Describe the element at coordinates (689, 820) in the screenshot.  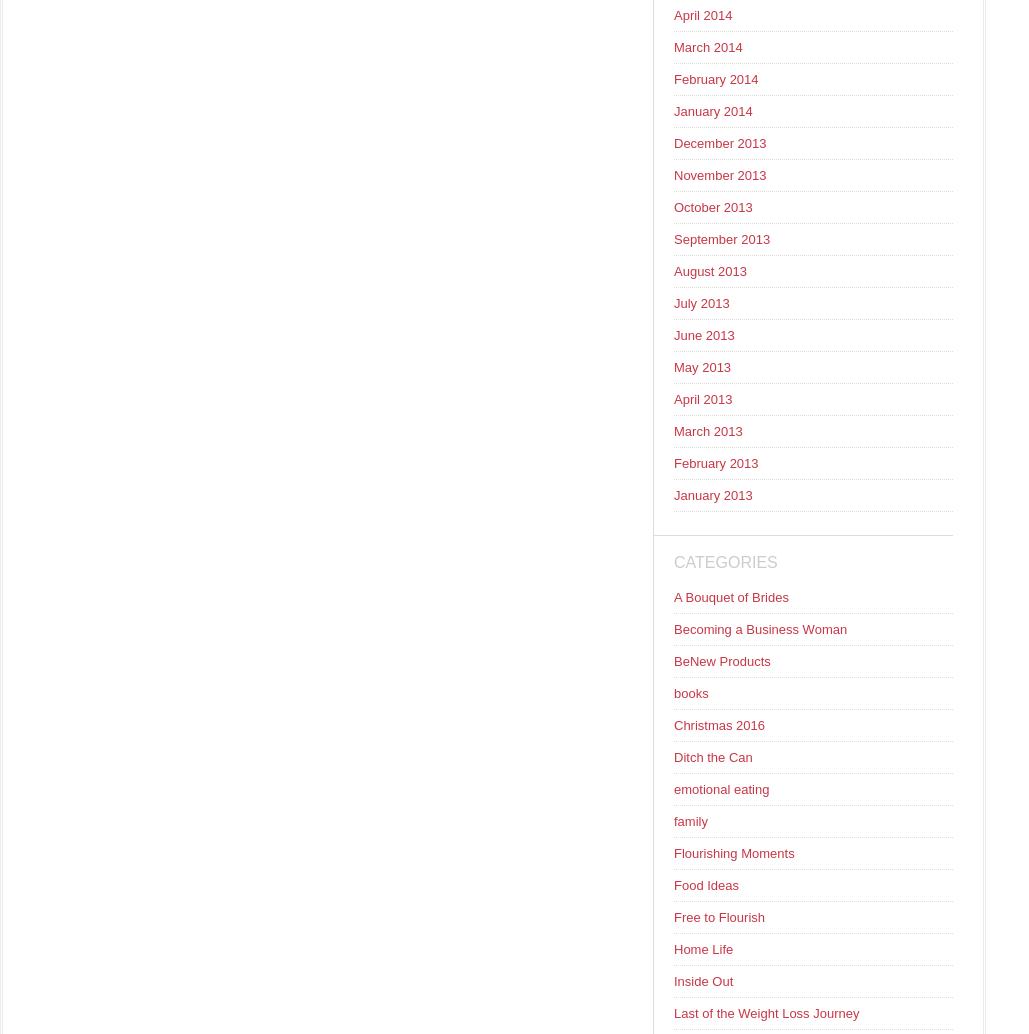
I see `'family'` at that location.